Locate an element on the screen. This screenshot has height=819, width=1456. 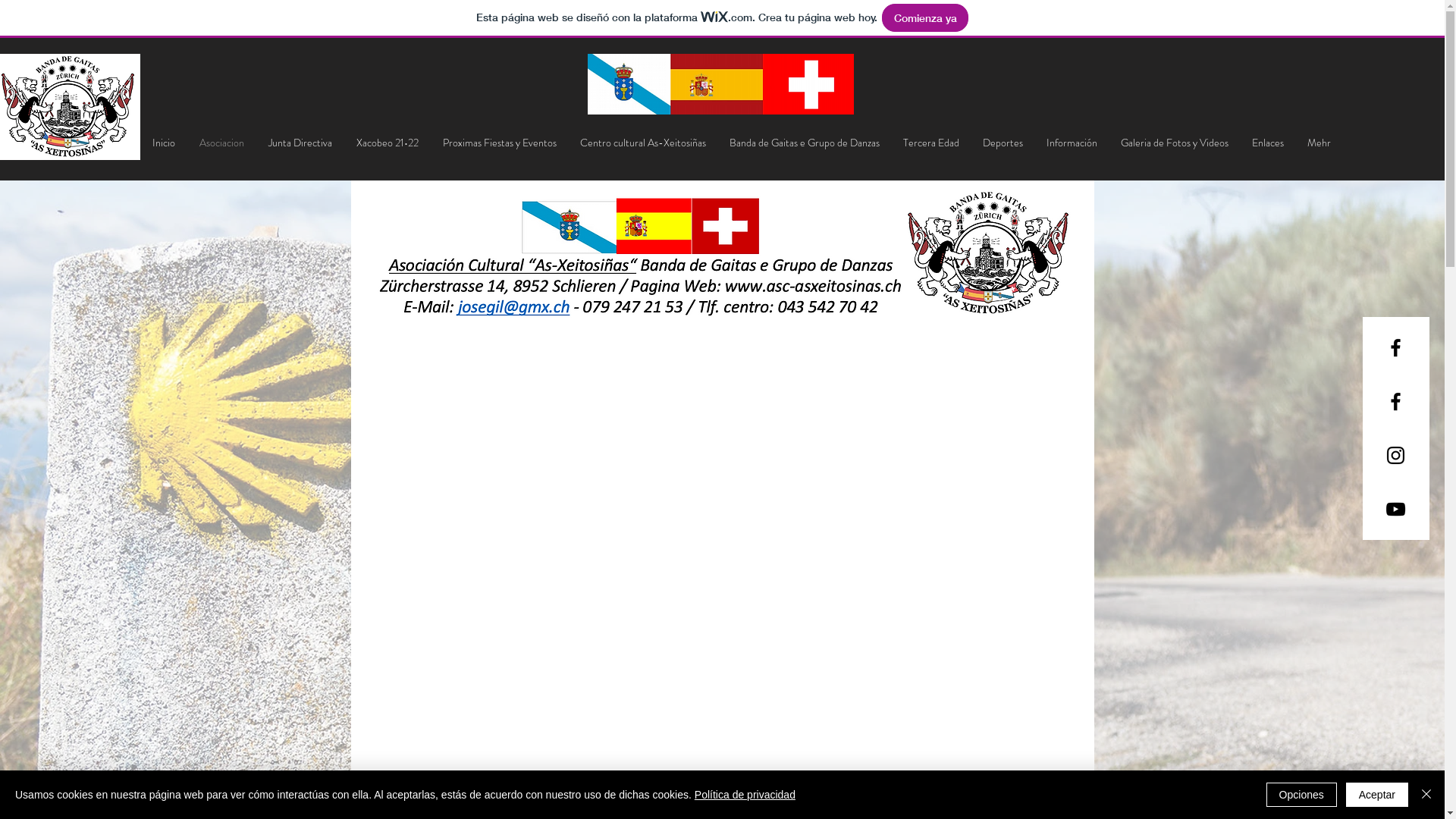
'Galeria de Fotos y Videos' is located at coordinates (1173, 143).